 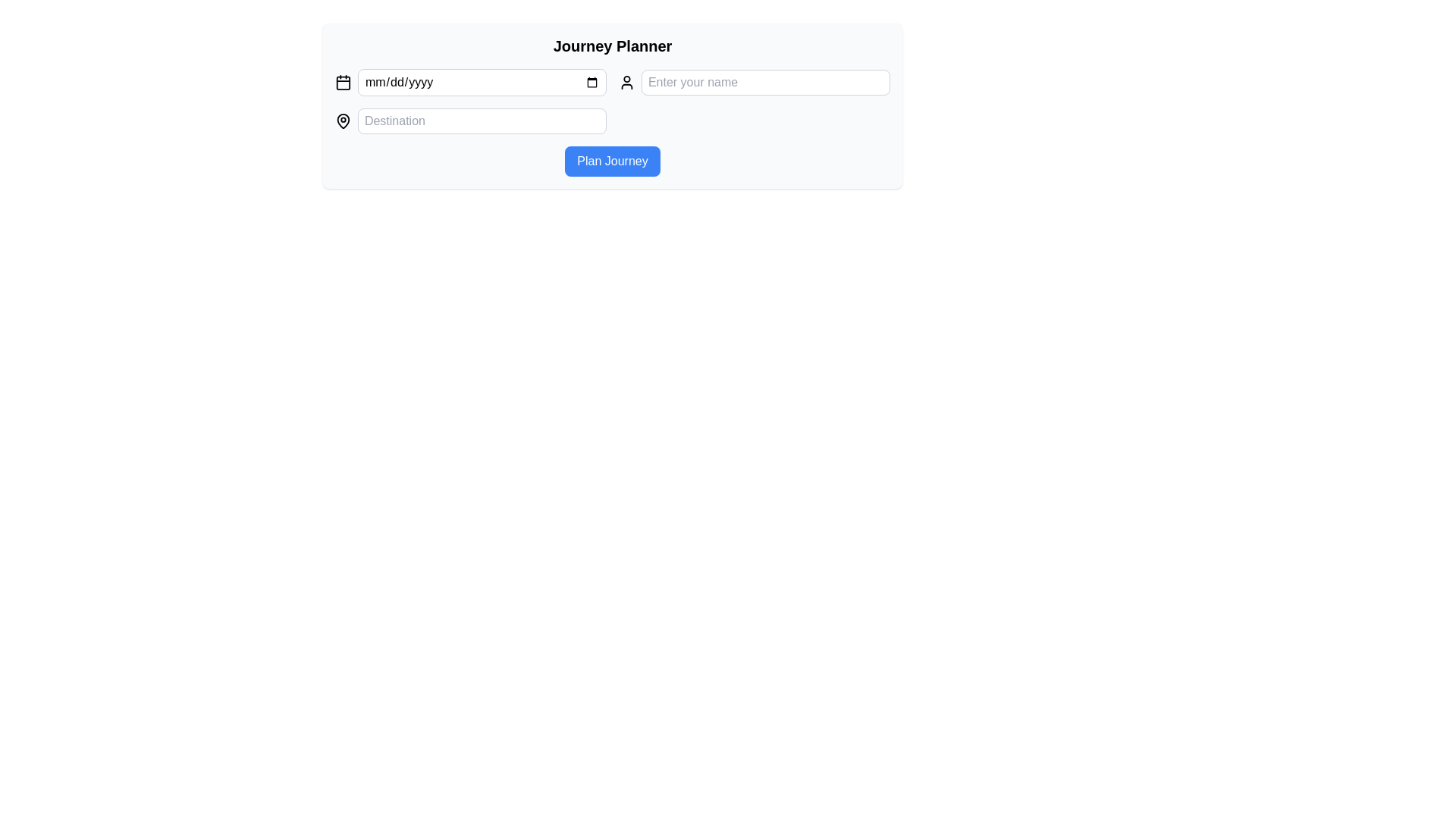 I want to click on the journey planning button located below the 'Destination' text input field in the 'Journey Planner' module, so click(x=612, y=161).